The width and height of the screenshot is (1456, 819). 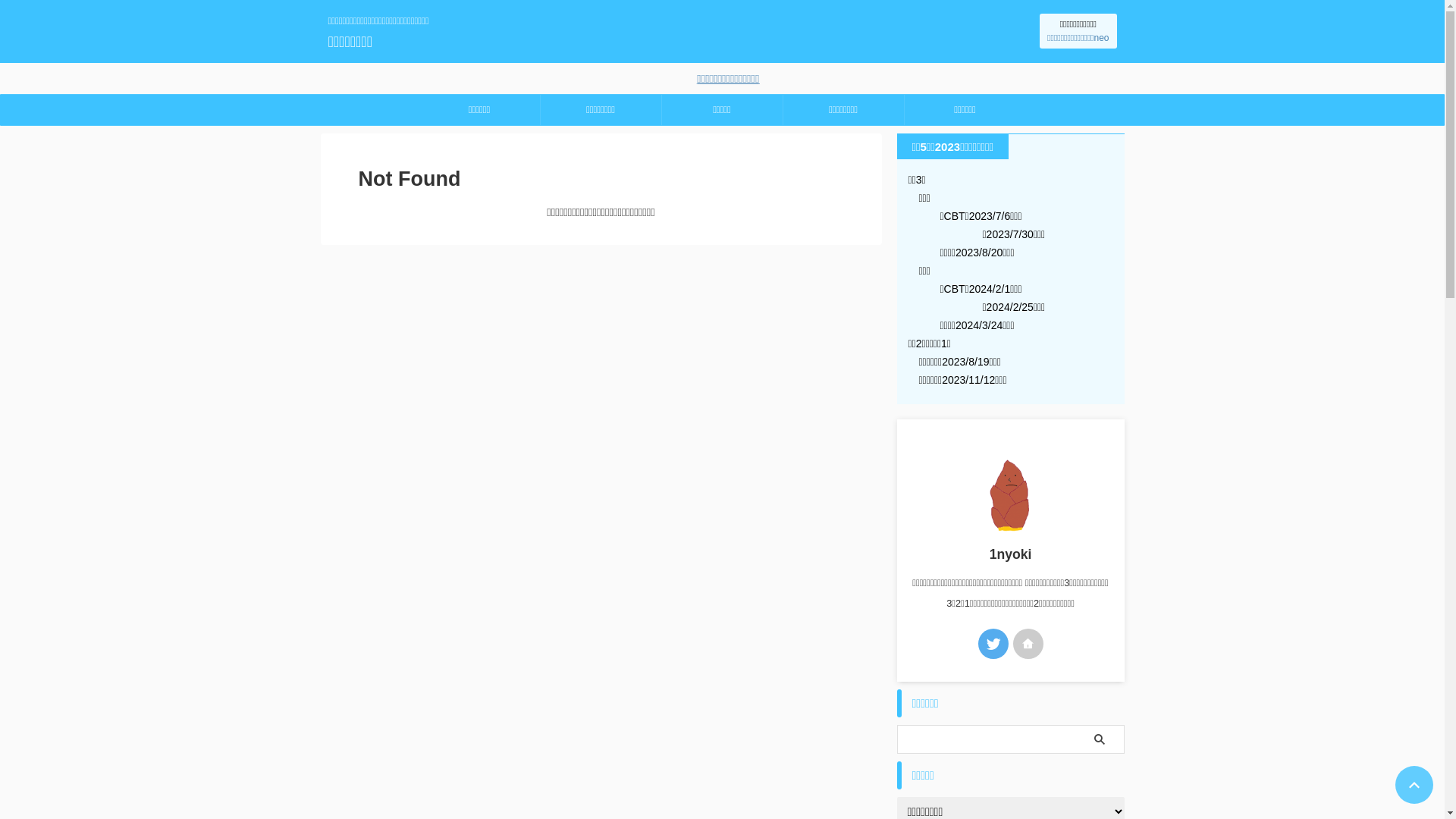 What do you see at coordinates (1028, 643) in the screenshot?
I see `'home'` at bounding box center [1028, 643].